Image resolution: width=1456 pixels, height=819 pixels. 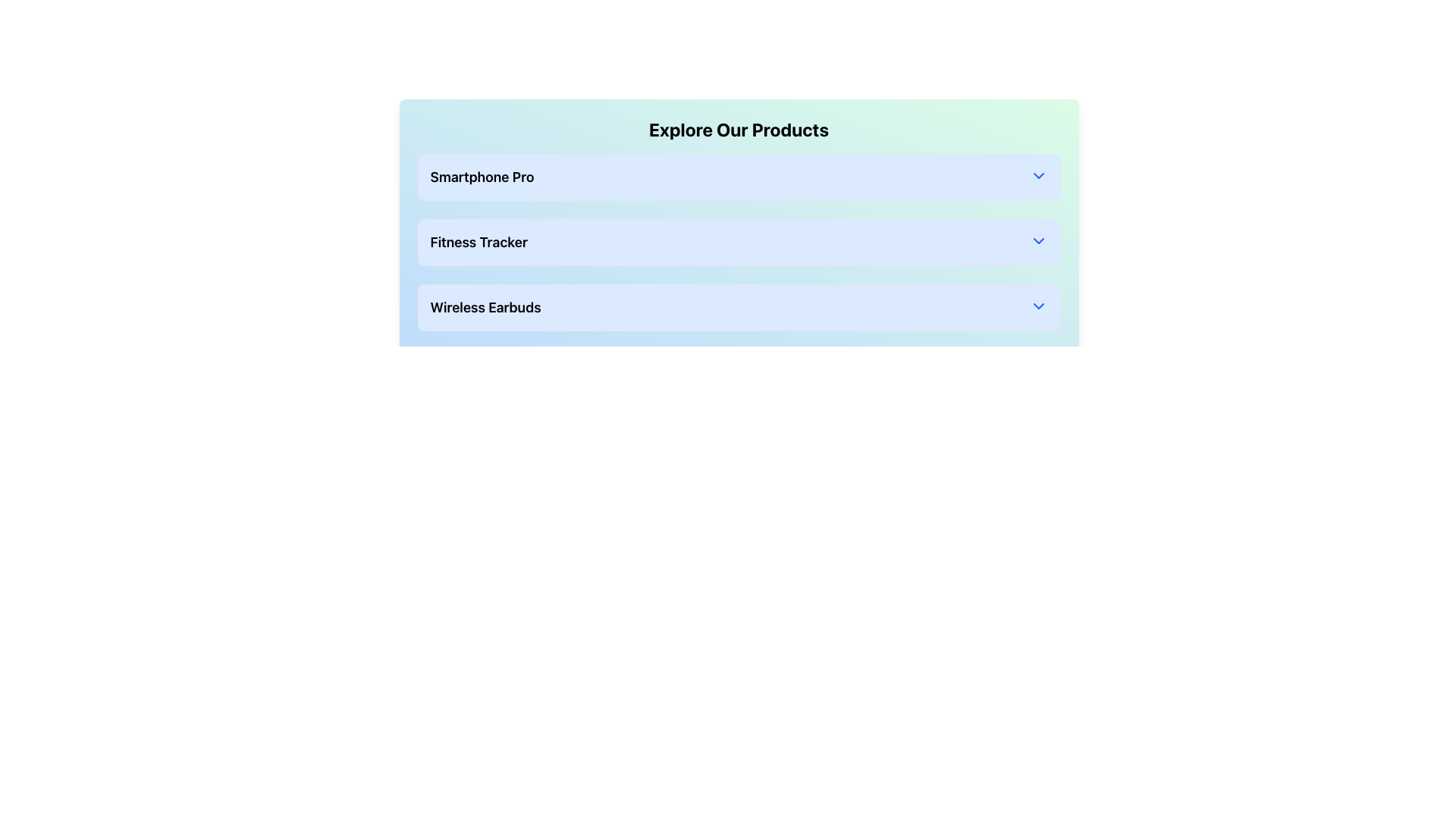 I want to click on the 'Fitness Tracker' interactive button with dropdown capability, so click(x=739, y=242).